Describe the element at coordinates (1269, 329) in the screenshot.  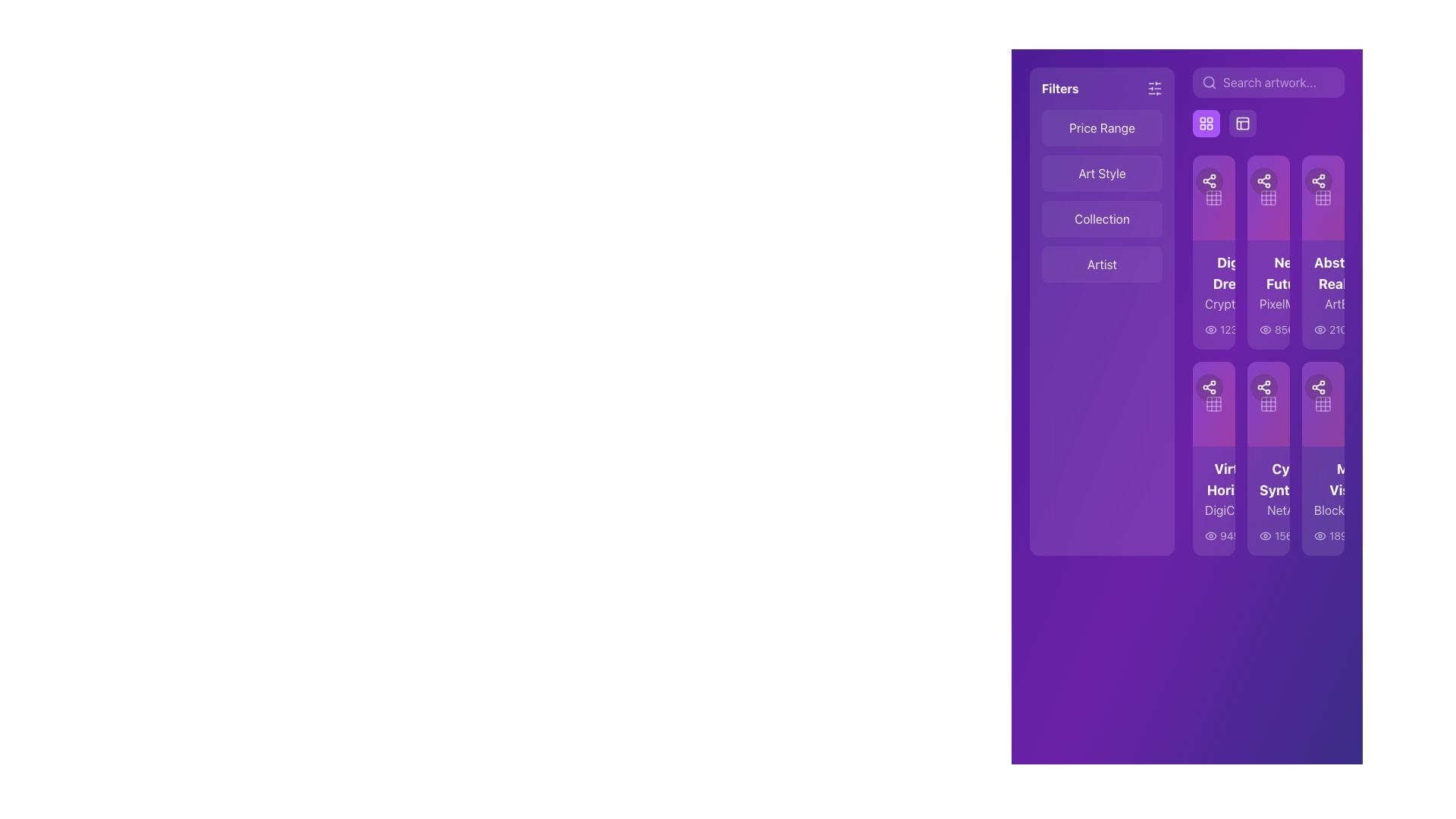
I see `the text element displaying a numerical value below the 'Neon Futures' header in the second column of the card layout` at that location.